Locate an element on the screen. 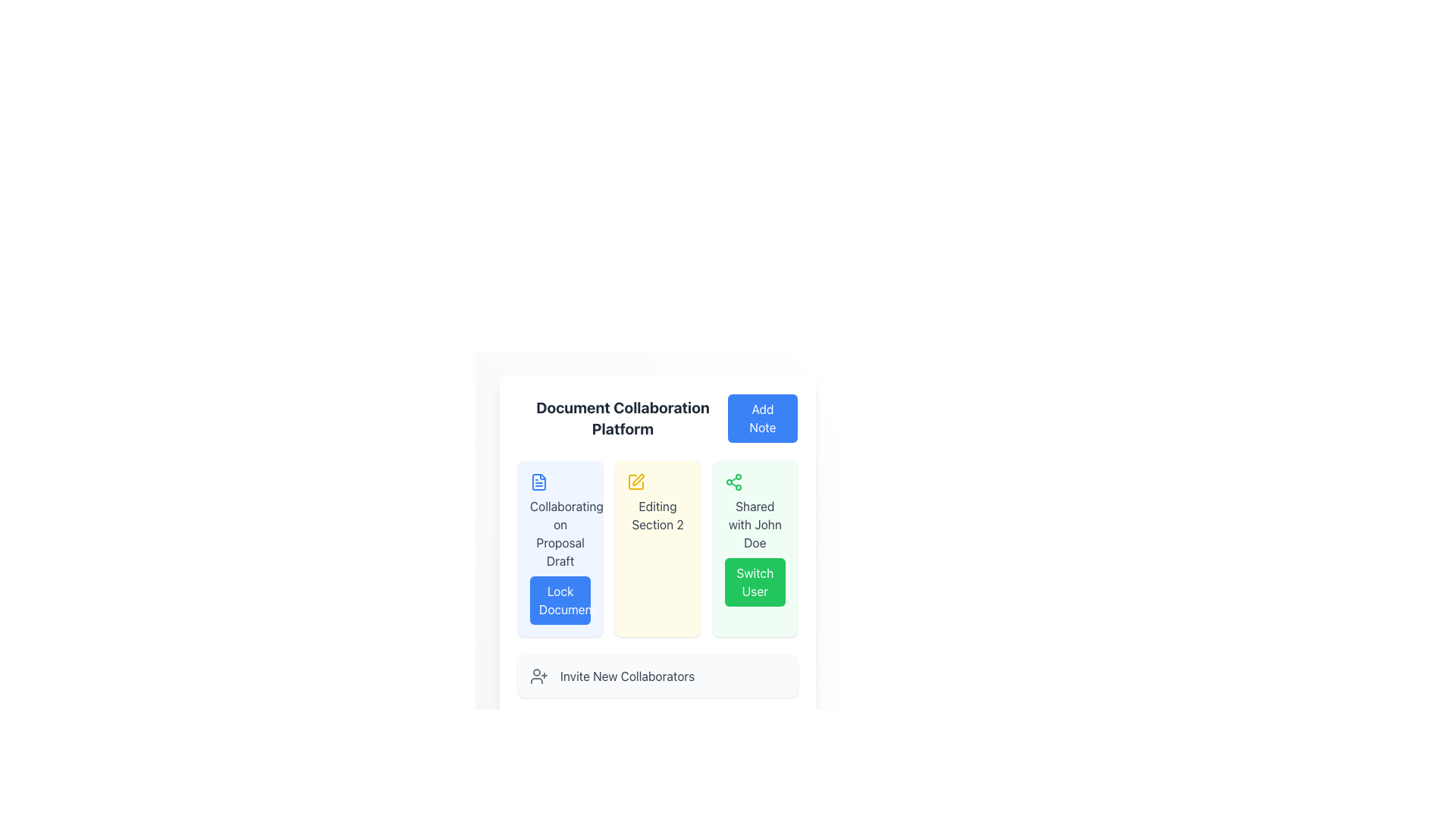  the informational box that prompts to add new collaborators, positioned below the 'Switch User' option and above the 'Save Progress' button is located at coordinates (657, 675).